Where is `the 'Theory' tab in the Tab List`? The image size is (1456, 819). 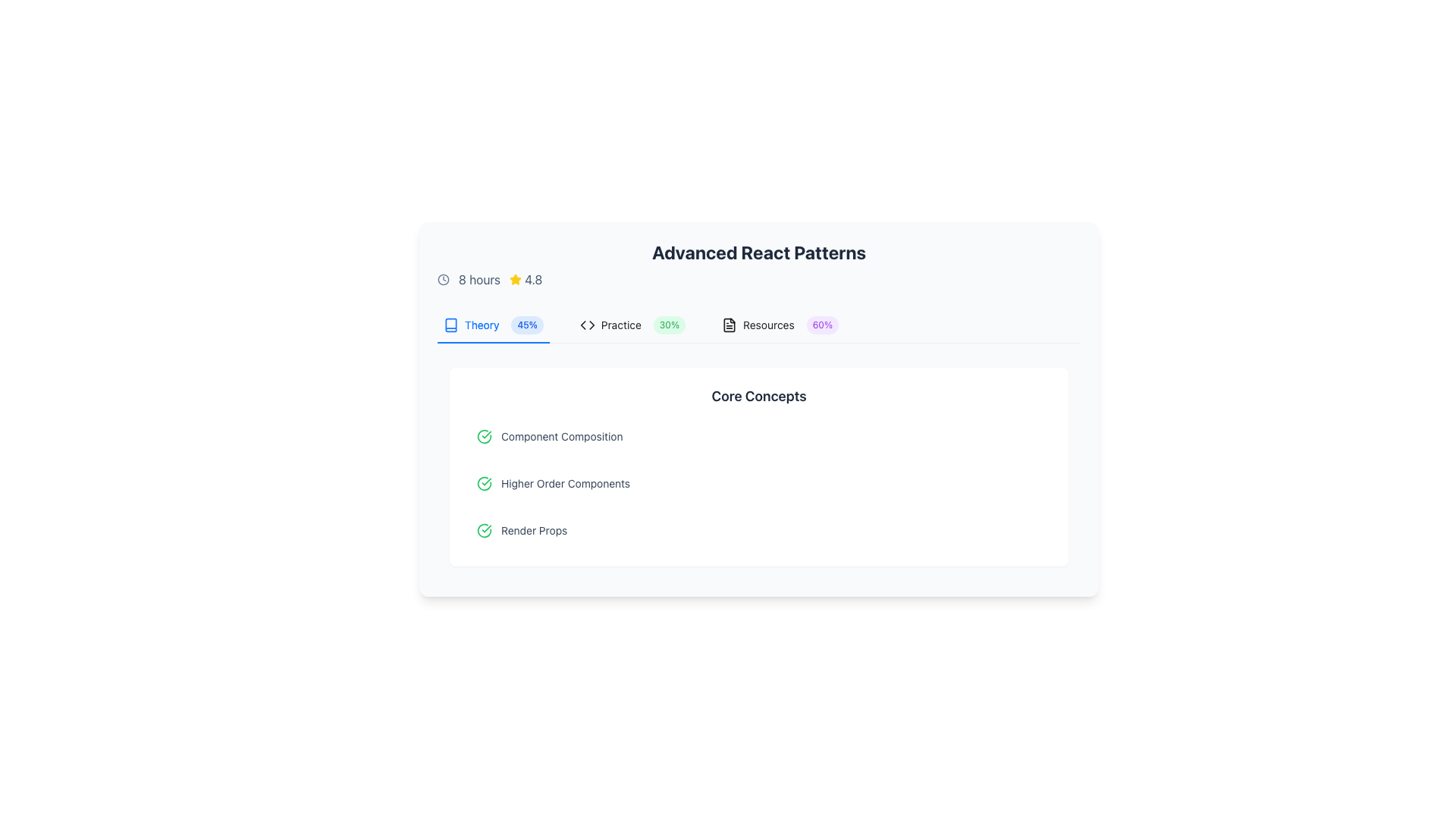 the 'Theory' tab in the Tab List is located at coordinates (759, 324).